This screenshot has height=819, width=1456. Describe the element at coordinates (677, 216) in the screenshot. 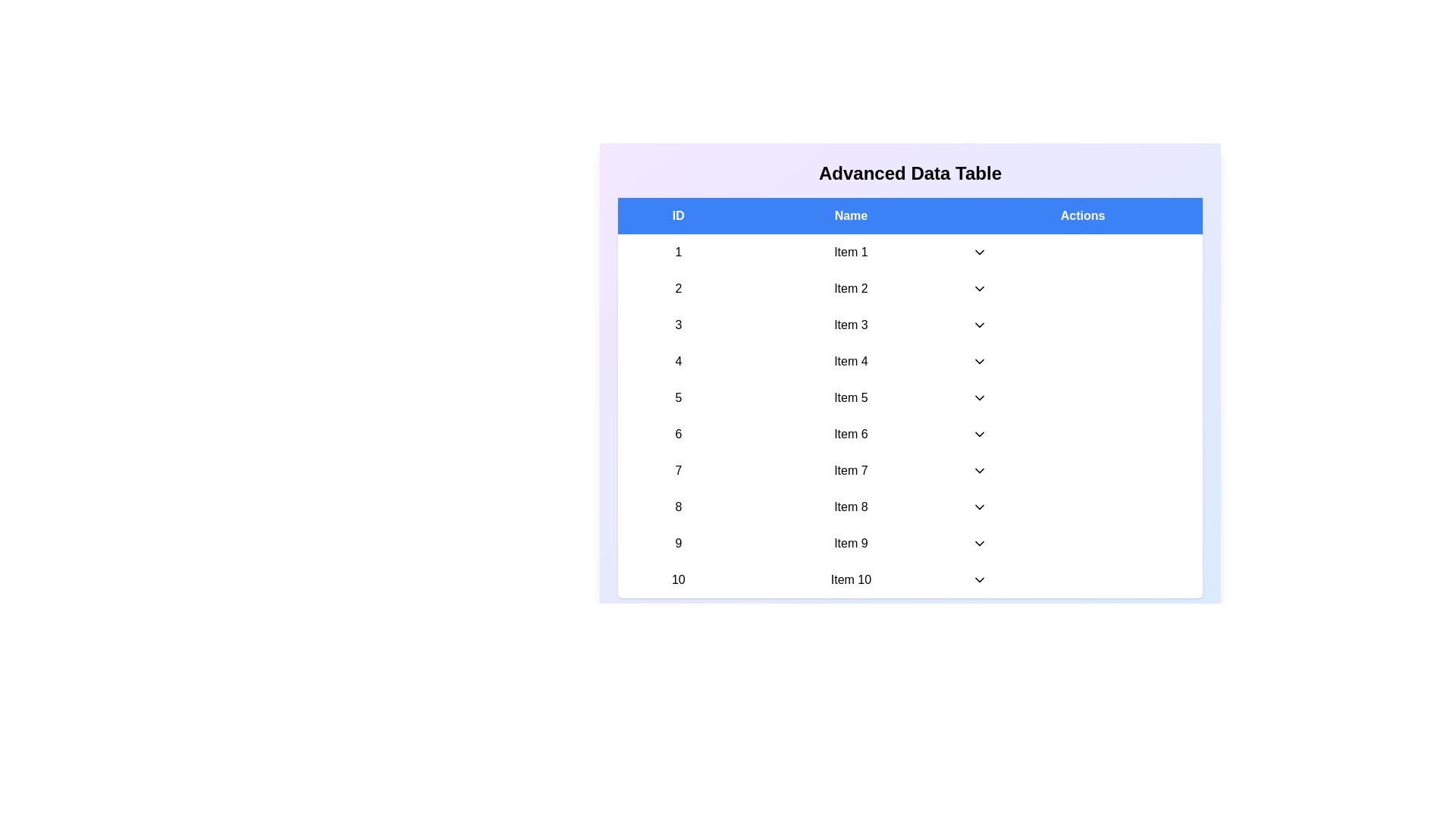

I see `the header ID in the table` at that location.